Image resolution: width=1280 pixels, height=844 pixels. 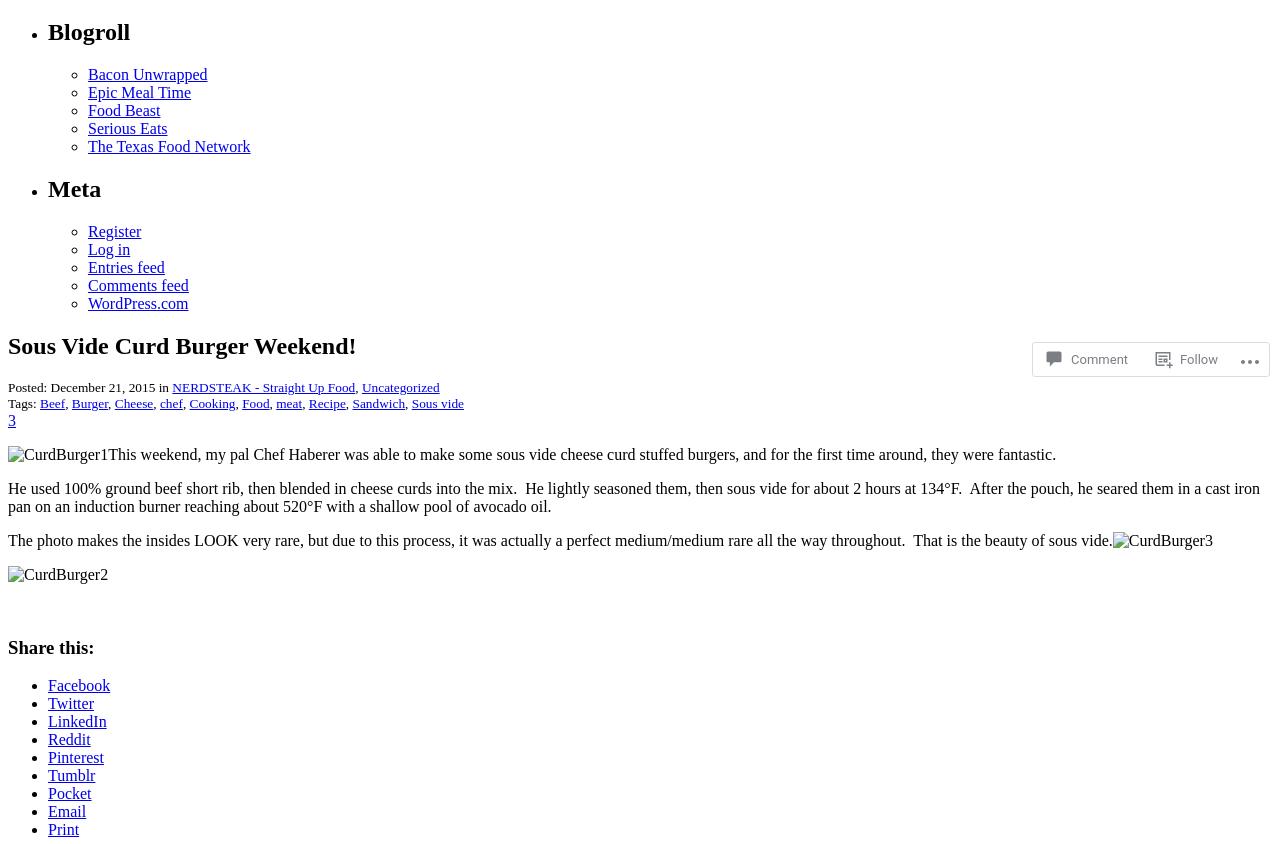 I want to click on 'This weekend, my pal Chef Haberer was able to make some sous vide cheese curd stuffed burgers, and for the first time around, they were fantastic.', so click(x=581, y=453).